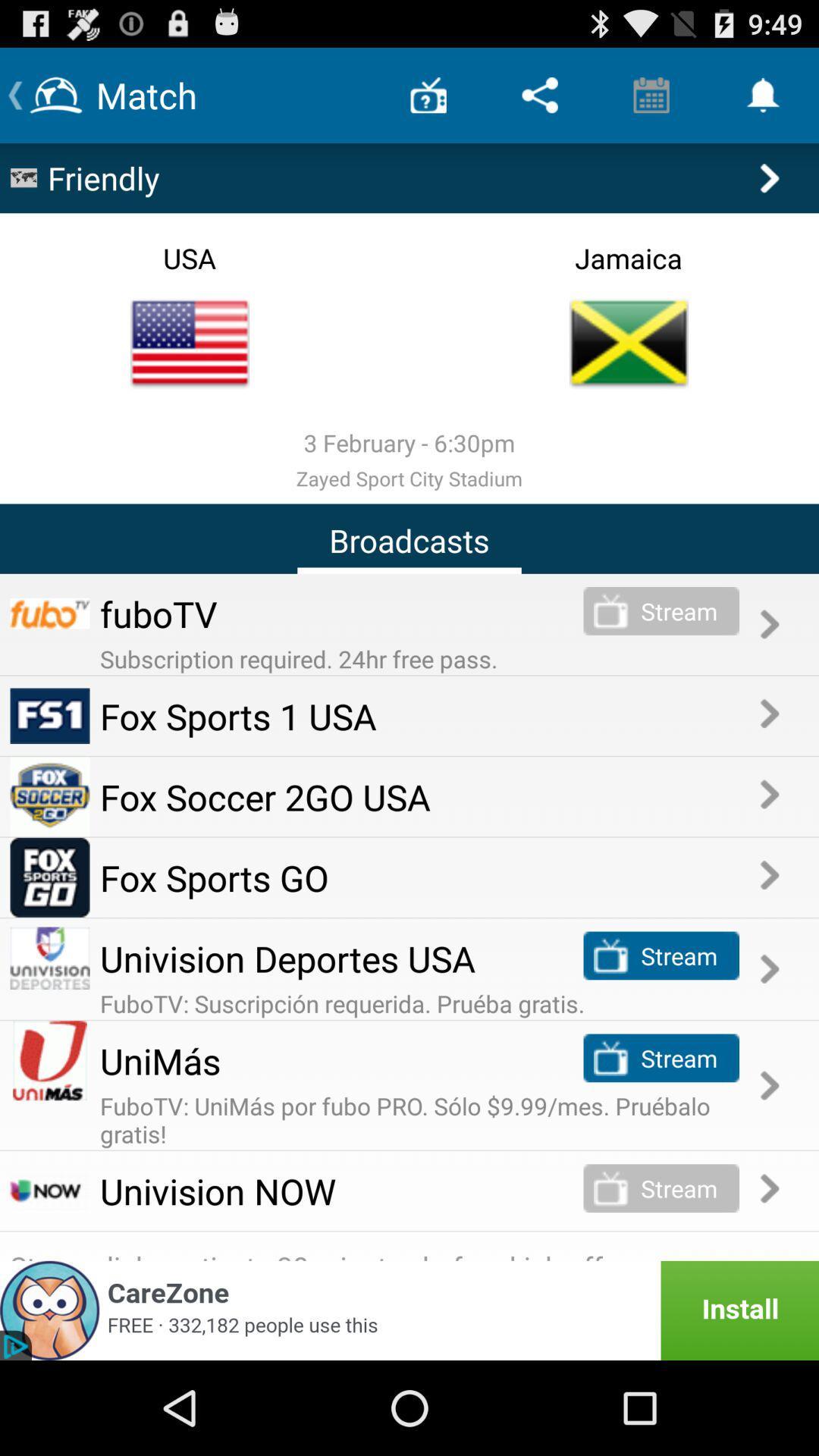  What do you see at coordinates (189, 367) in the screenshot?
I see `the national_flag icon` at bounding box center [189, 367].